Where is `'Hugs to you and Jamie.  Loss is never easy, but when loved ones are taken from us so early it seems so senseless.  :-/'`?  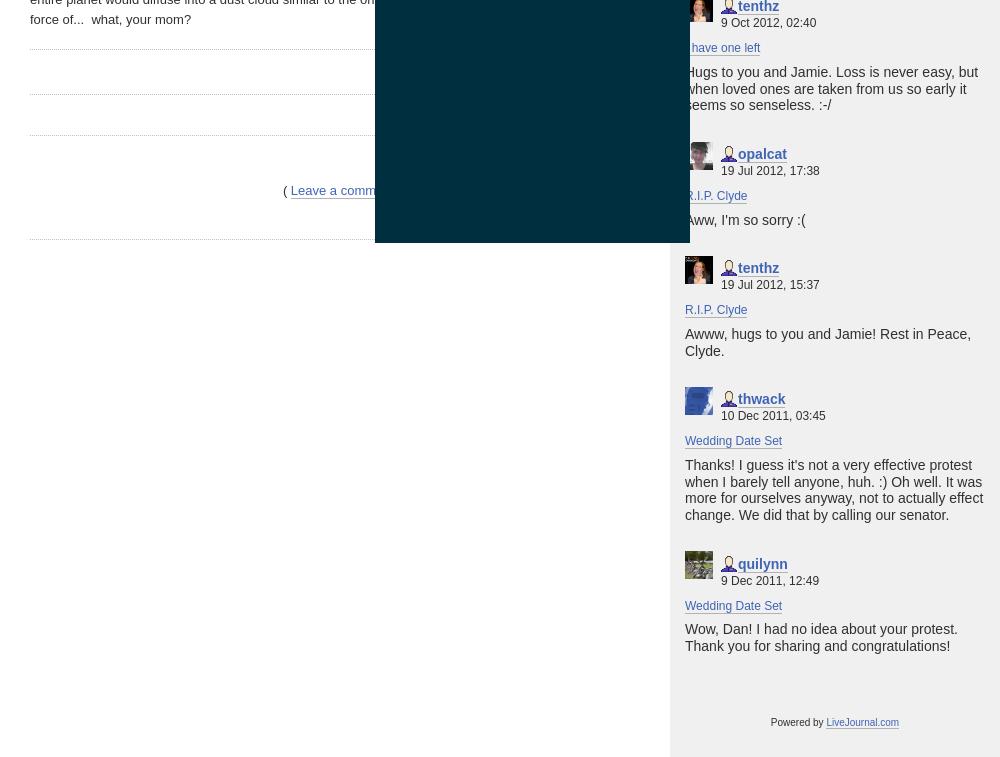 'Hugs to you and Jamie.  Loss is never easy, but when loved ones are taken from us so early it seems so senseless.  :-/' is located at coordinates (830, 86).